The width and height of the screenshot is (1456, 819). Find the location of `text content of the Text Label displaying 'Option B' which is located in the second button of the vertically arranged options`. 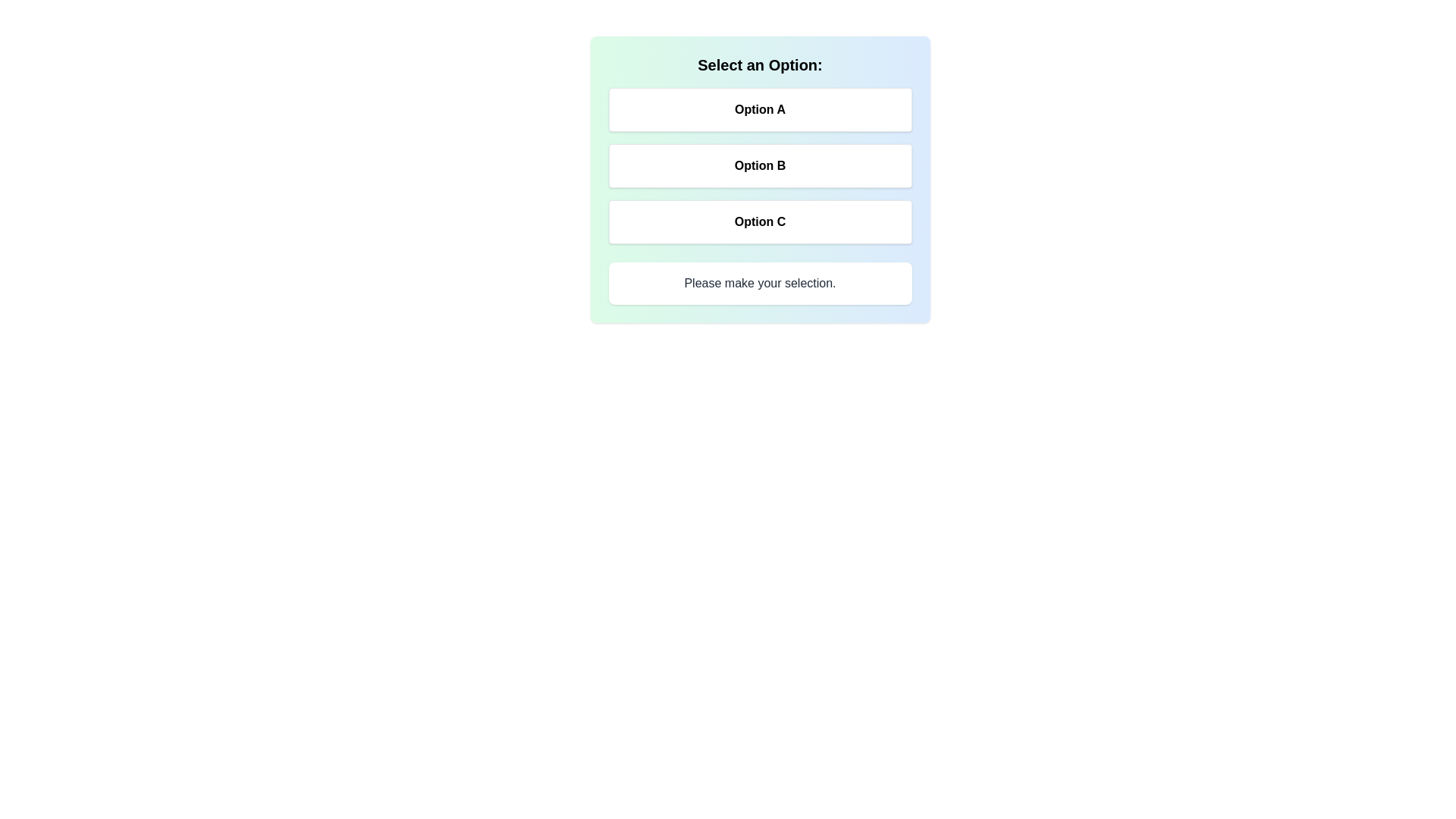

text content of the Text Label displaying 'Option B' which is located in the second button of the vertically arranged options is located at coordinates (760, 166).